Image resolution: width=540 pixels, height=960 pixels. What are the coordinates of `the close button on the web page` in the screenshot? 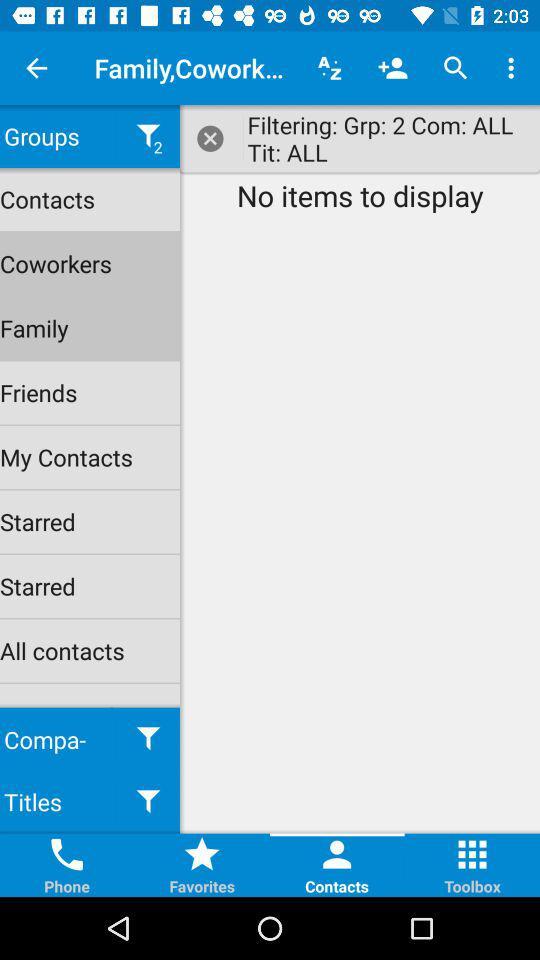 It's located at (210, 138).